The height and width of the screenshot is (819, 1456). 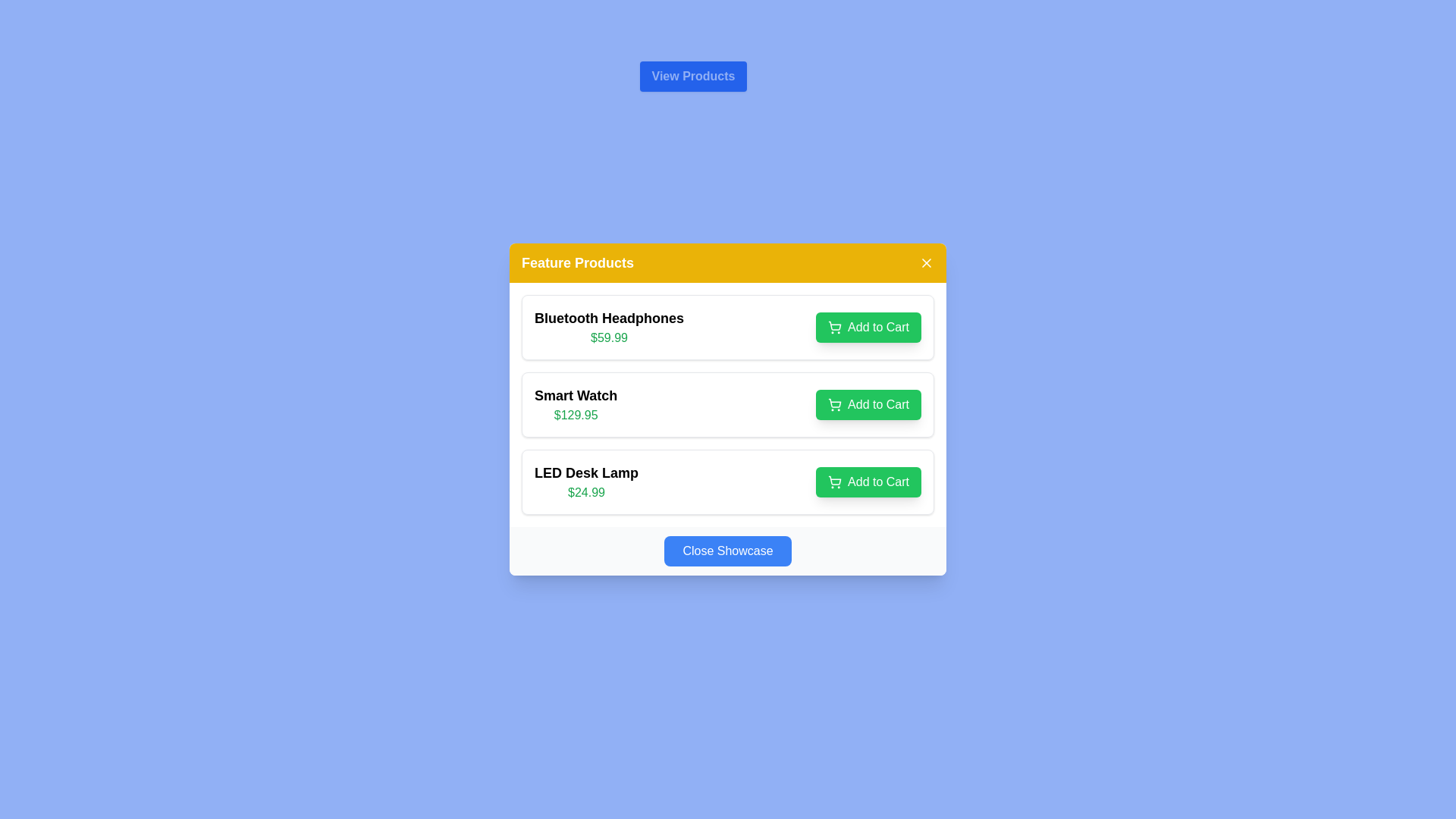 I want to click on the 'Smart Watch' text label, which is prominently displayed in bold, medium-sized black font as the product name in the 'Feature Products' list, so click(x=575, y=394).